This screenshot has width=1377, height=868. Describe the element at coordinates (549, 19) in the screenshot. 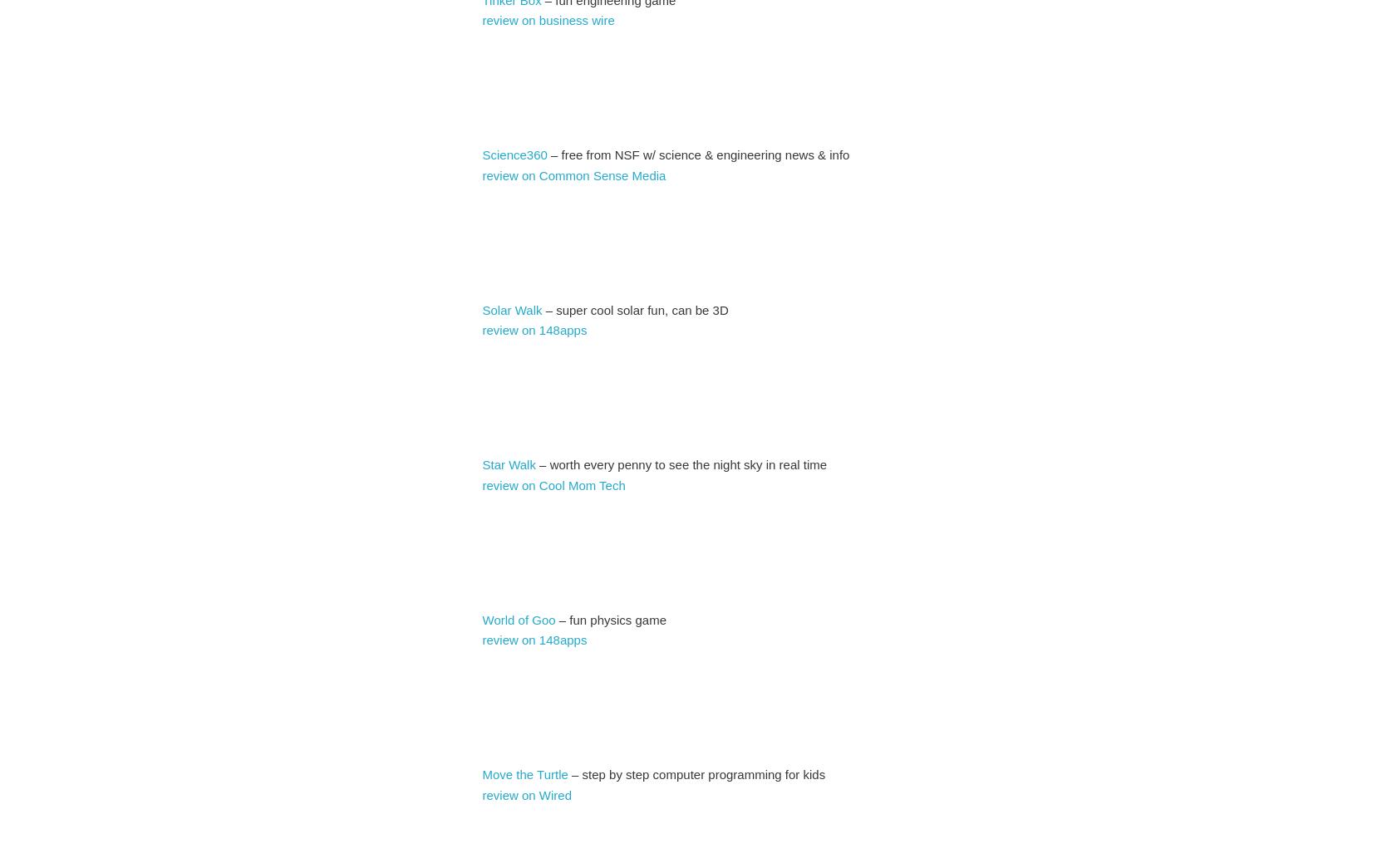

I see `'review on business wire'` at that location.